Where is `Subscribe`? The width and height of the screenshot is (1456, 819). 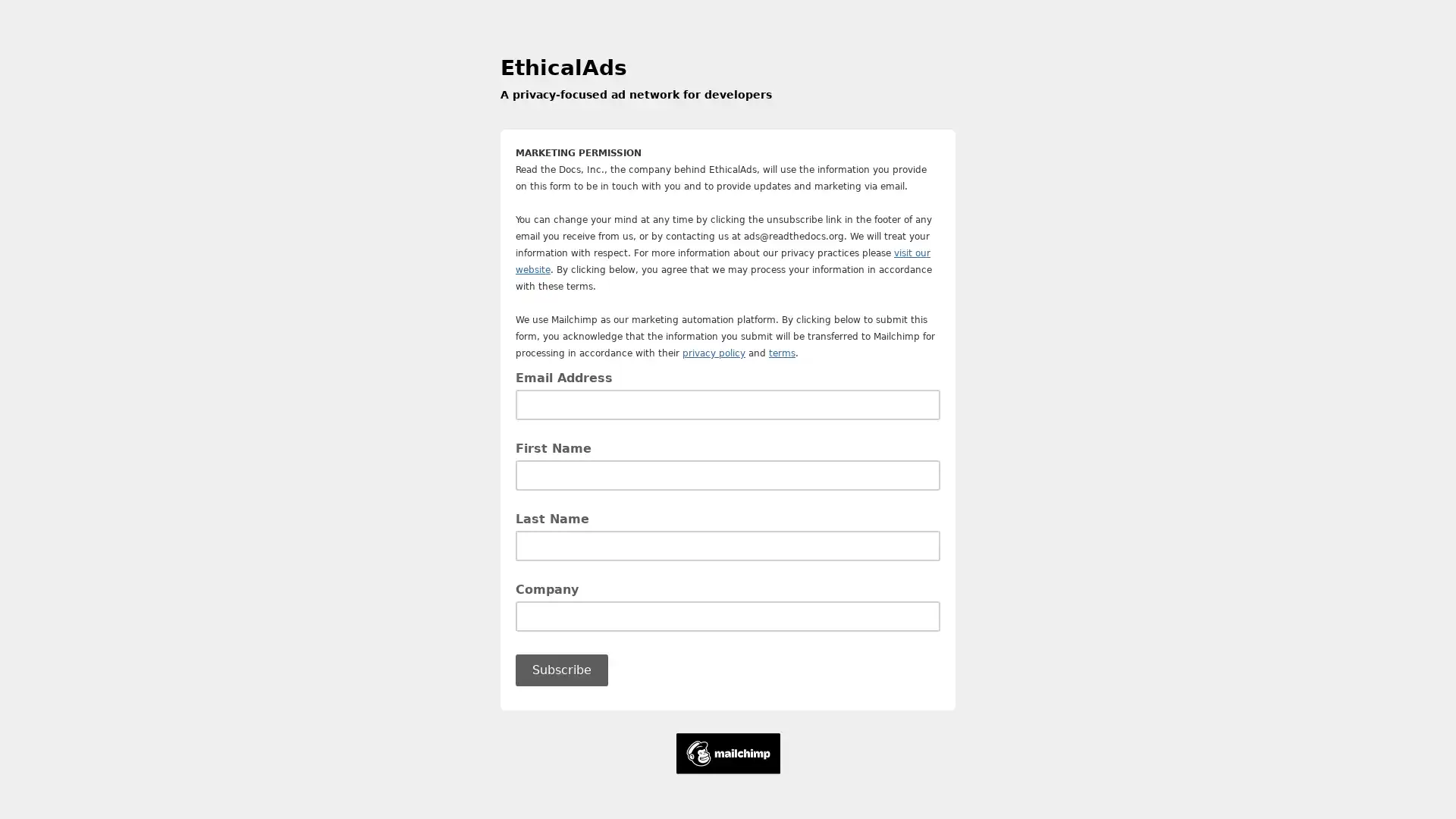
Subscribe is located at coordinates (560, 669).